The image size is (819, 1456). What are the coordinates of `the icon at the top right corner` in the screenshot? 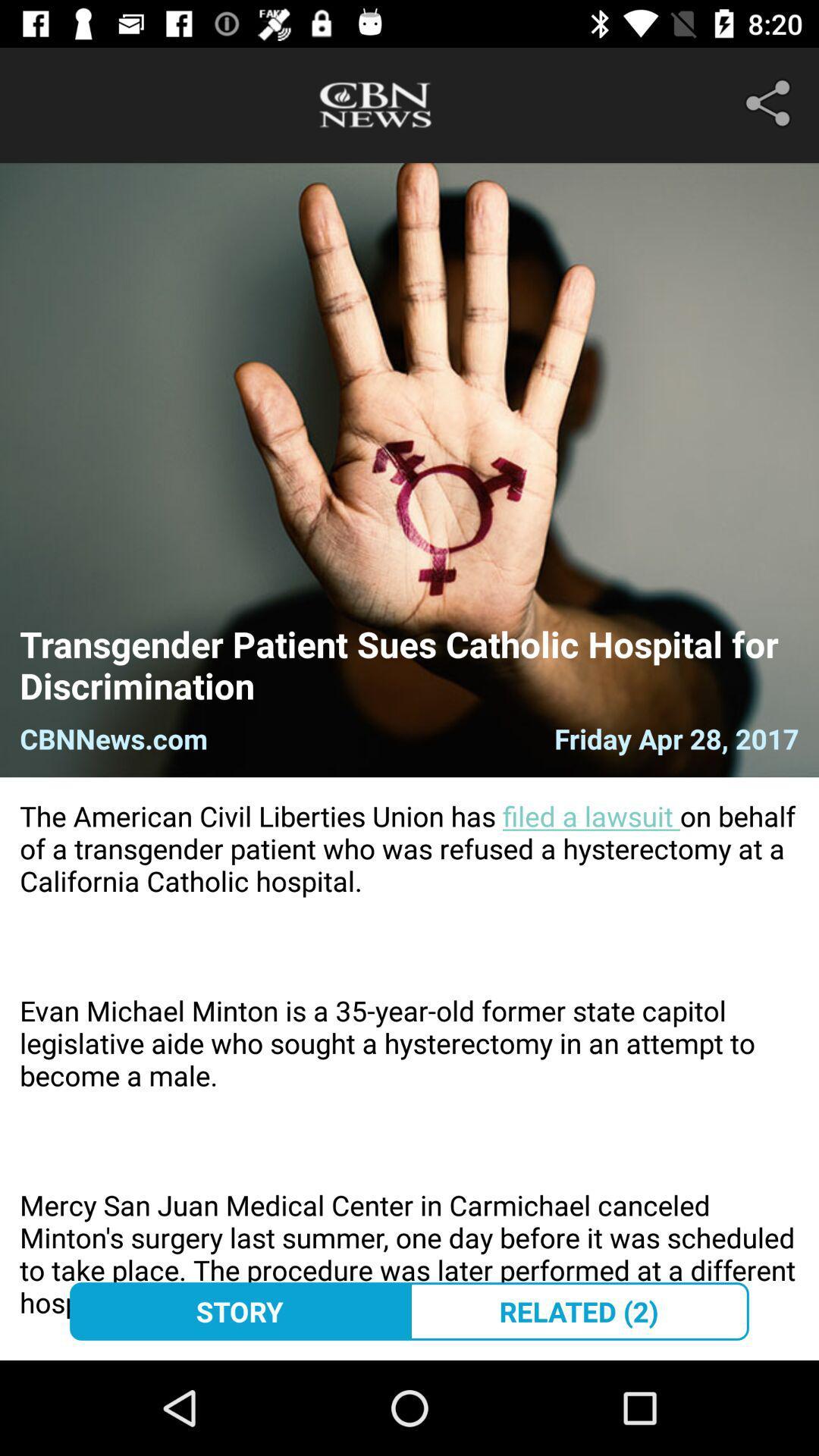 It's located at (771, 102).